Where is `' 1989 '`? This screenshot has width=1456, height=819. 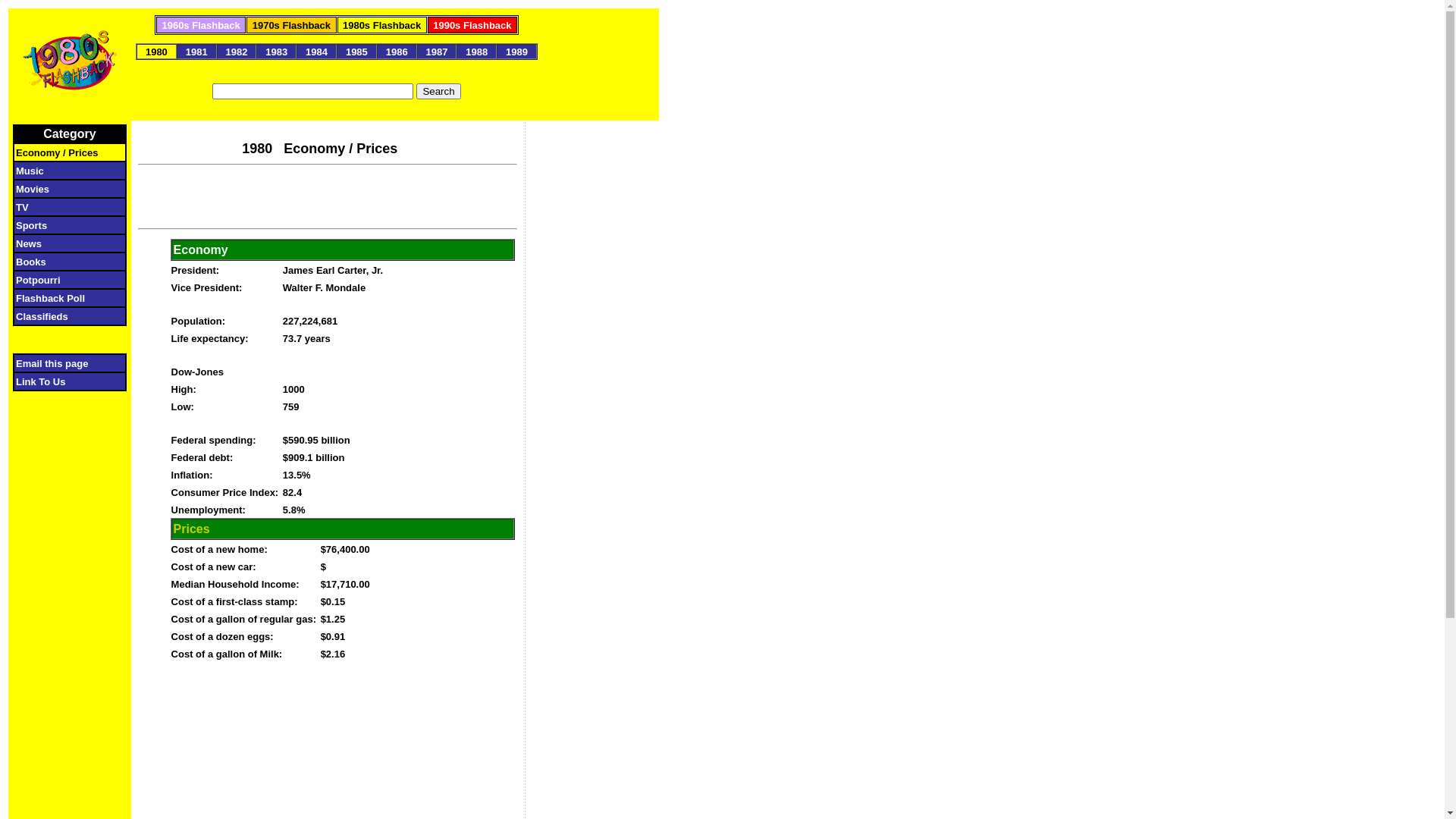
' 1989 ' is located at coordinates (516, 50).